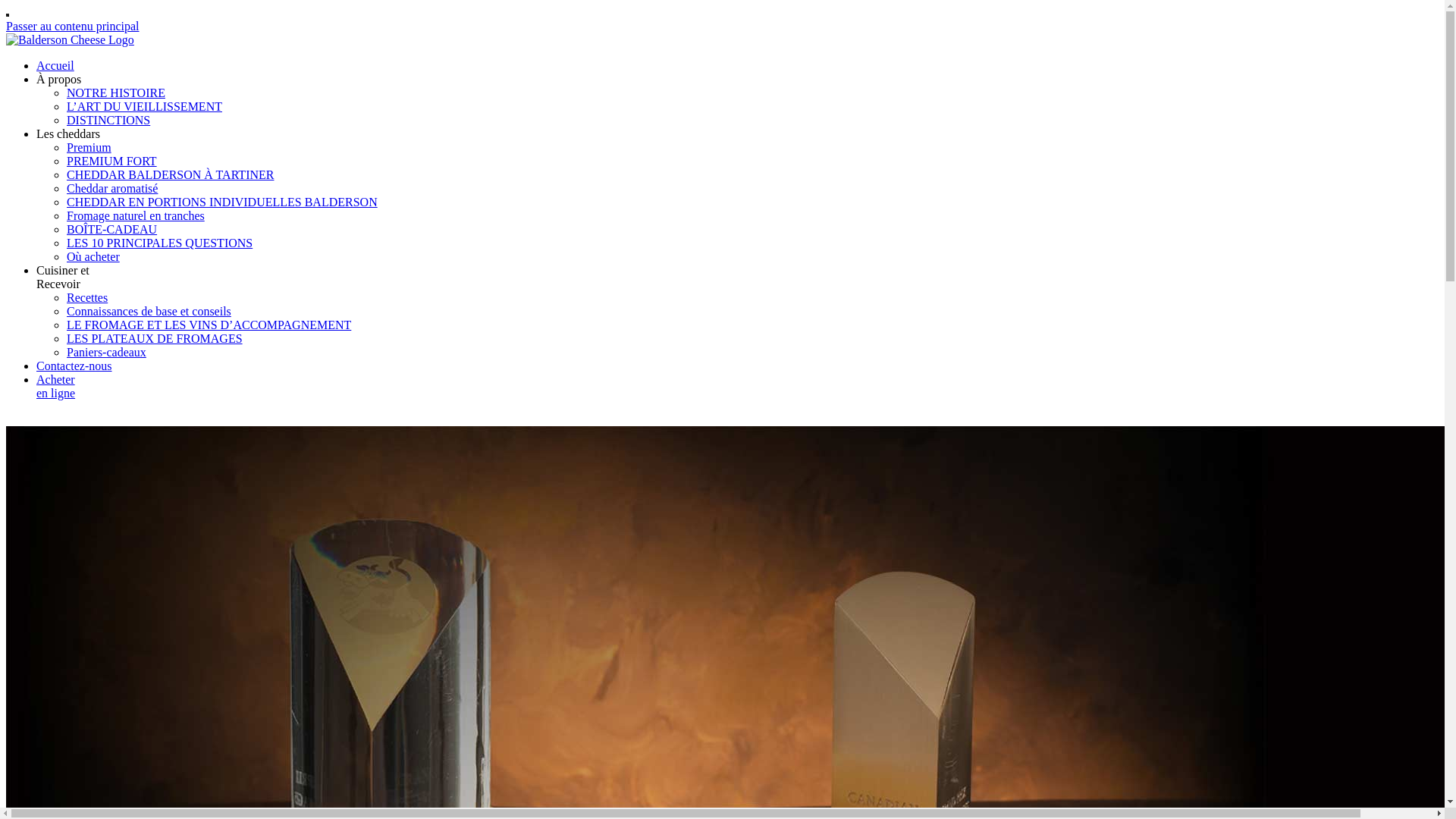 The height and width of the screenshot is (819, 1456). I want to click on 'Fromage naturel en tranches', so click(135, 215).